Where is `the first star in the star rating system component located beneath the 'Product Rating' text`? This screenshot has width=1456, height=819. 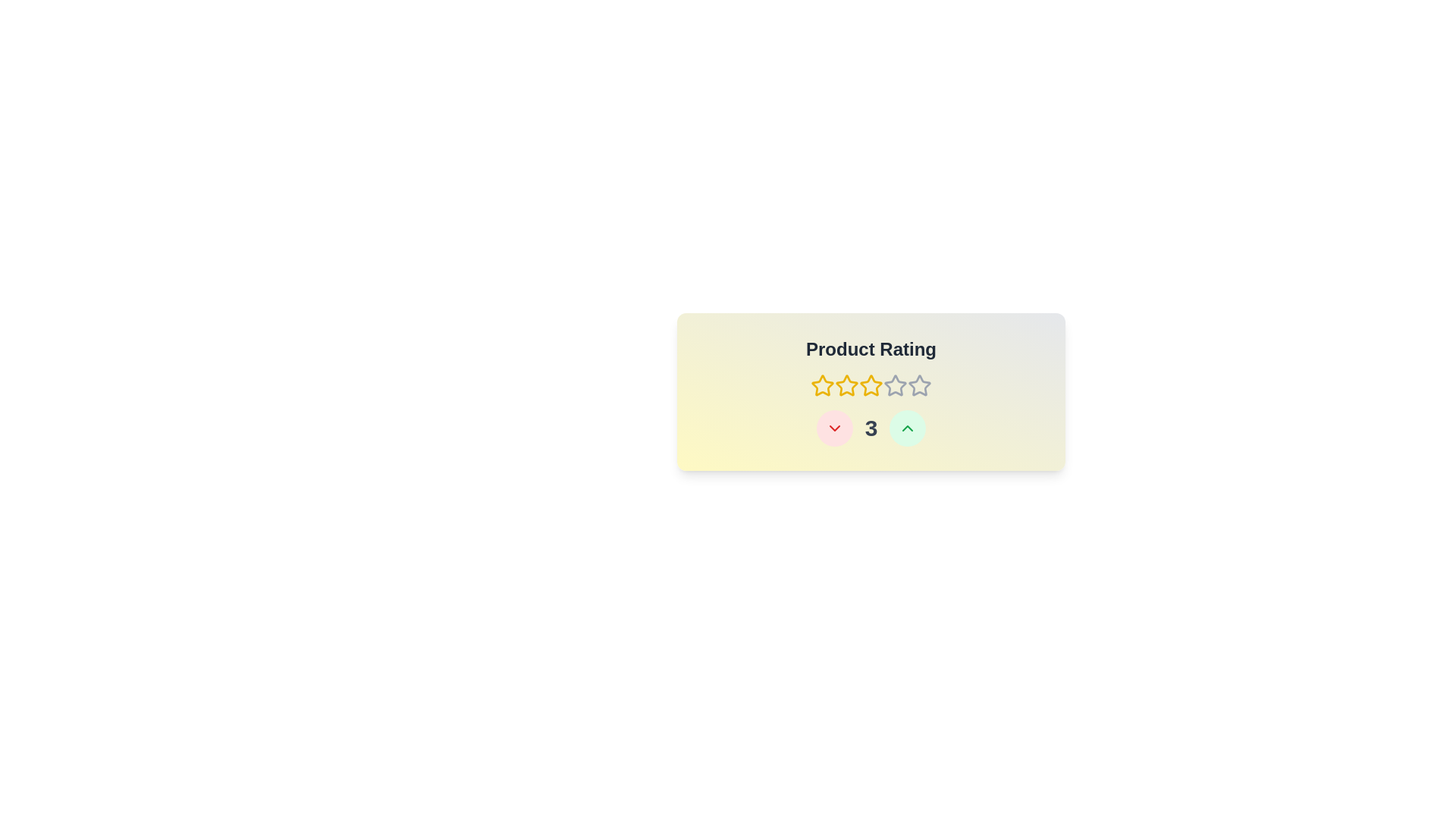 the first star in the star rating system component located beneath the 'Product Rating' text is located at coordinates (821, 384).